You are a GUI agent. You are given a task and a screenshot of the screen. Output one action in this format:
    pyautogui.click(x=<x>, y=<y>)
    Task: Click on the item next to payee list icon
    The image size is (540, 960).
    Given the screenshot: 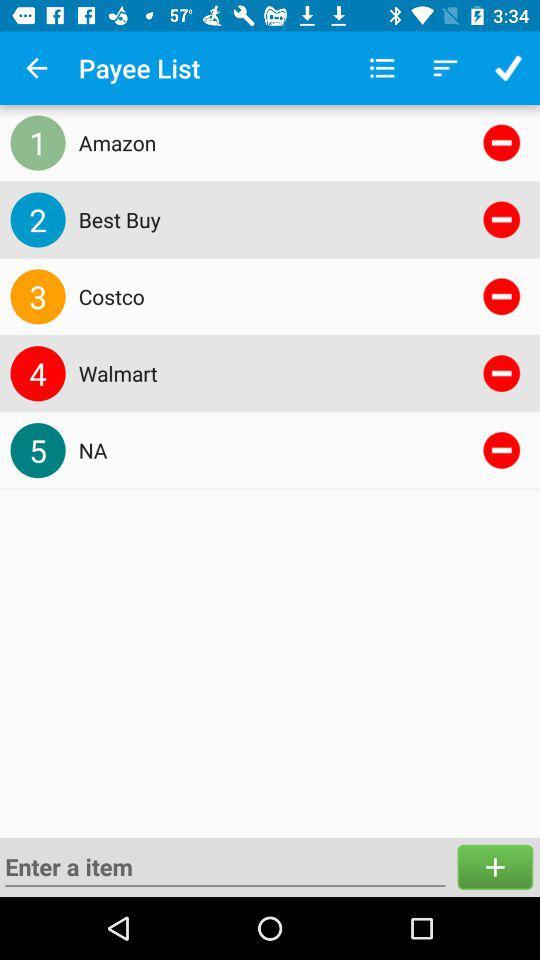 What is the action you would take?
    pyautogui.click(x=382, y=68)
    